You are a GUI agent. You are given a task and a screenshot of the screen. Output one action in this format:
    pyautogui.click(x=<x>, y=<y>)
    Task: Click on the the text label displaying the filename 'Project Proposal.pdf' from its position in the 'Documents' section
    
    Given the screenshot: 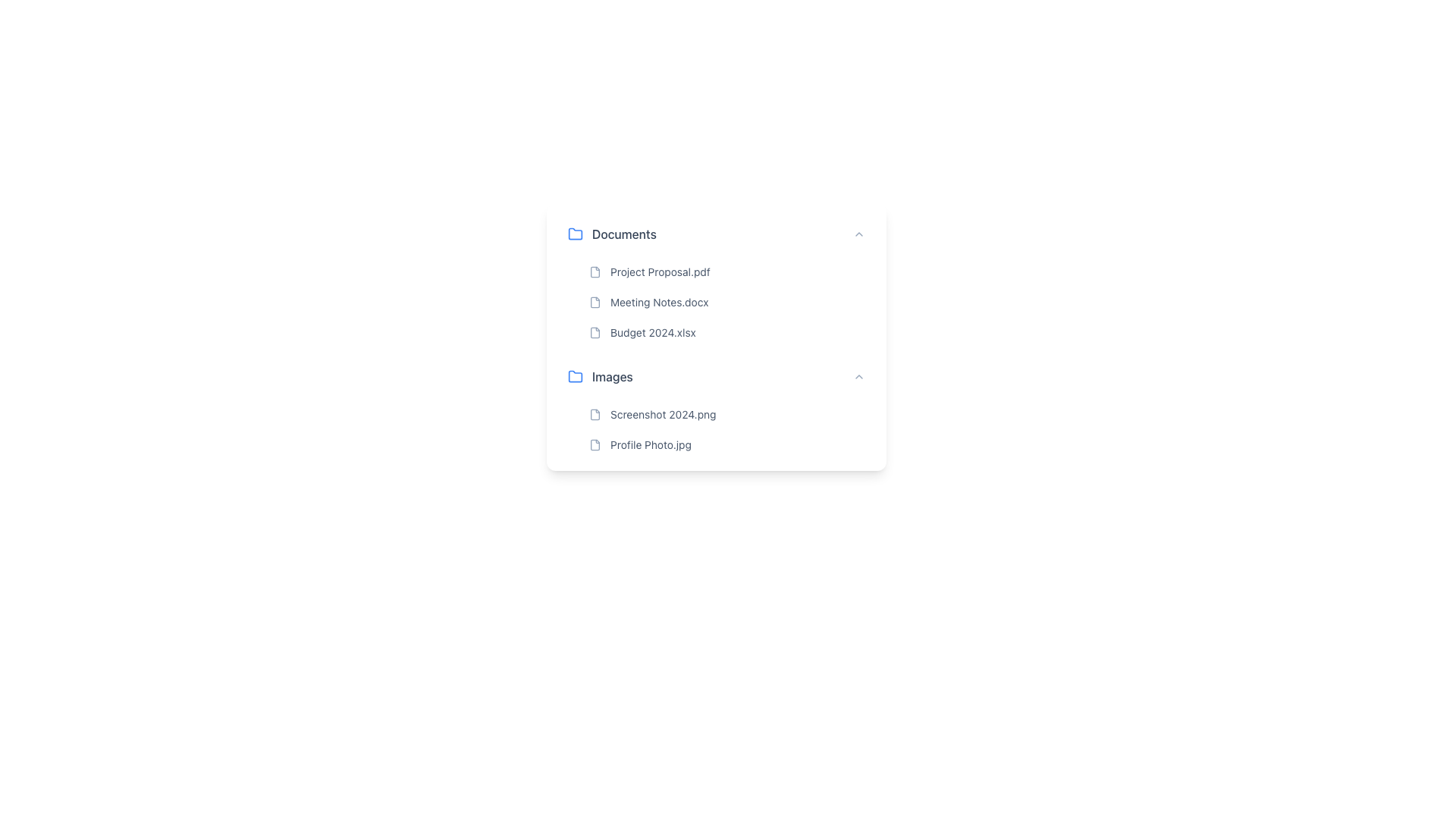 What is the action you would take?
    pyautogui.click(x=660, y=271)
    